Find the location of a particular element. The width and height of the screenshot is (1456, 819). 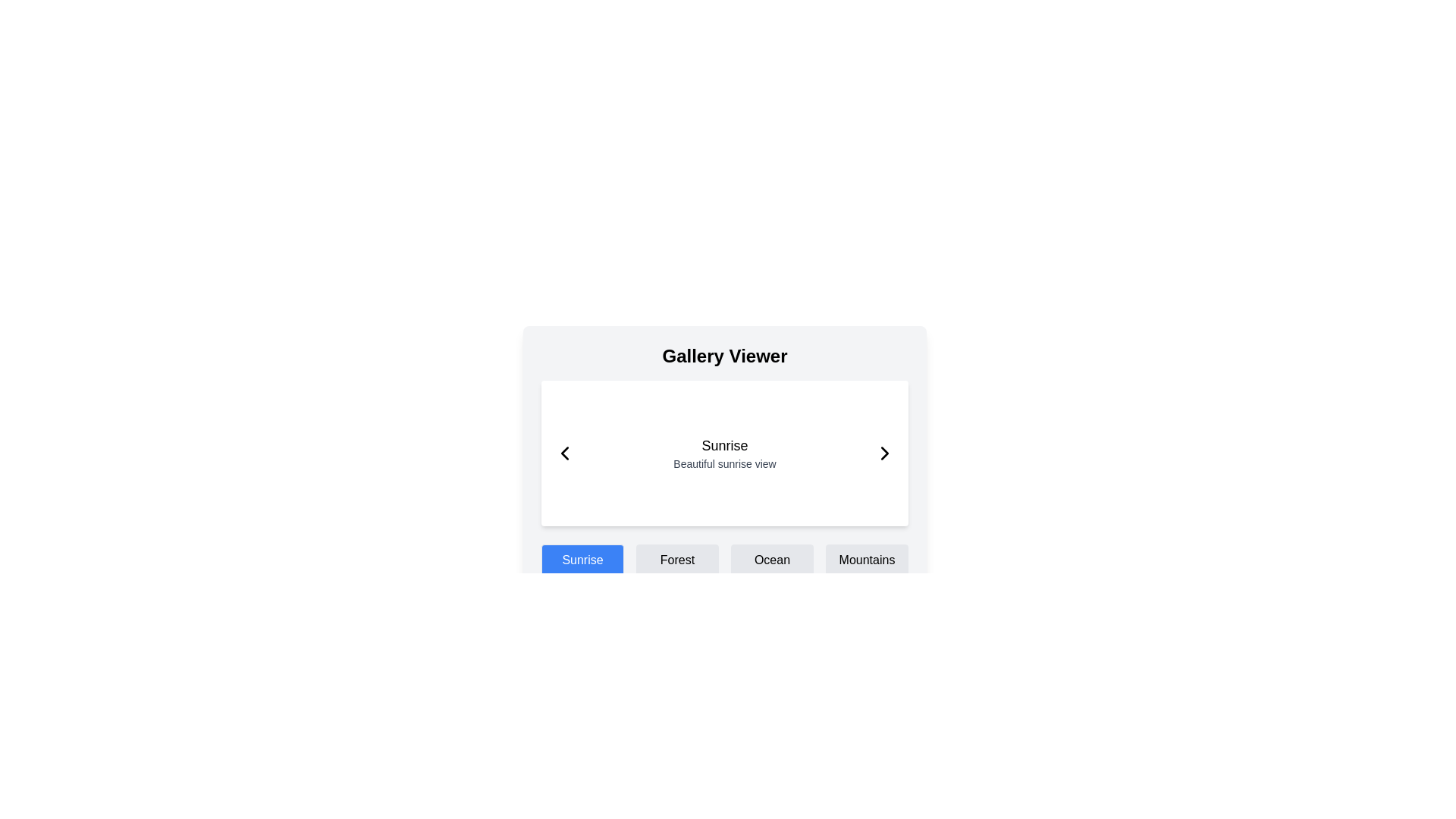

the text label that describes the 'Beautiful sunrise view' positioned directly below the title 'Sunrise' is located at coordinates (723, 463).